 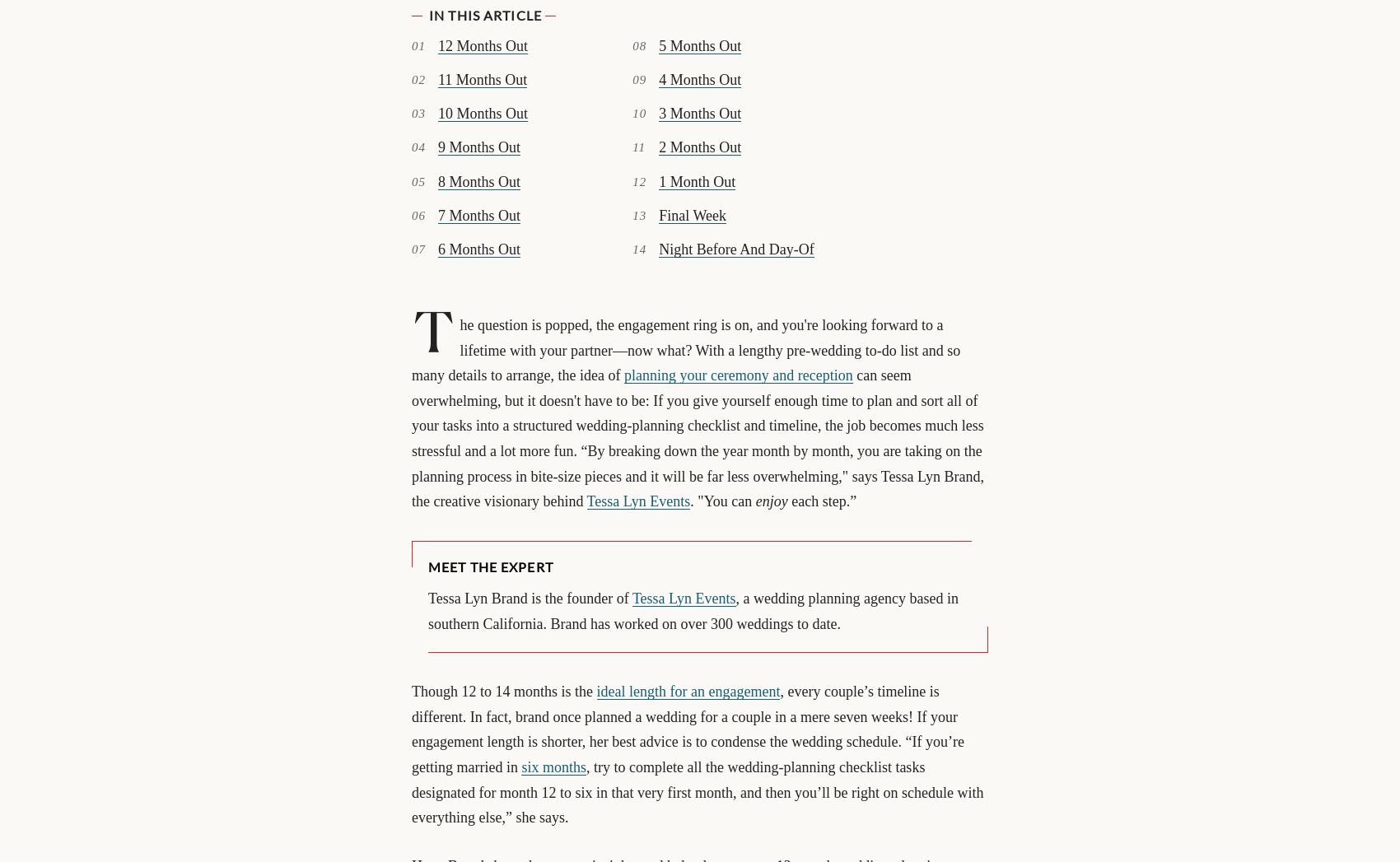 I want to click on ', try to complete all the wedding-planning checklist tasks designated for month 12 to six in that very first month, and then you’ll be right on schedule with everything else,” she says.', so click(x=696, y=790).